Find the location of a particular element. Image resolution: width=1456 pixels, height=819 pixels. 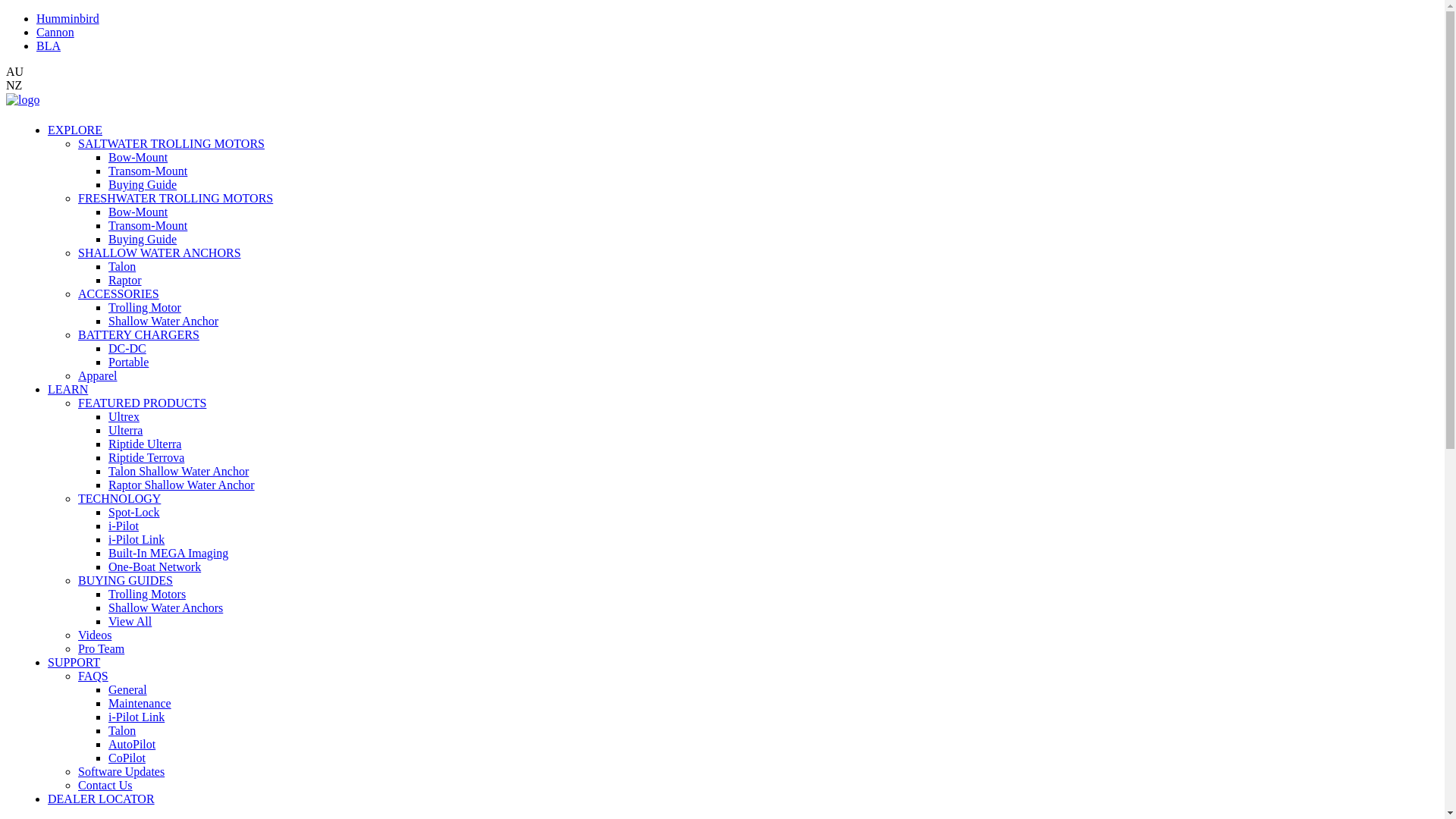

'BUYING GUIDES' is located at coordinates (125, 580).